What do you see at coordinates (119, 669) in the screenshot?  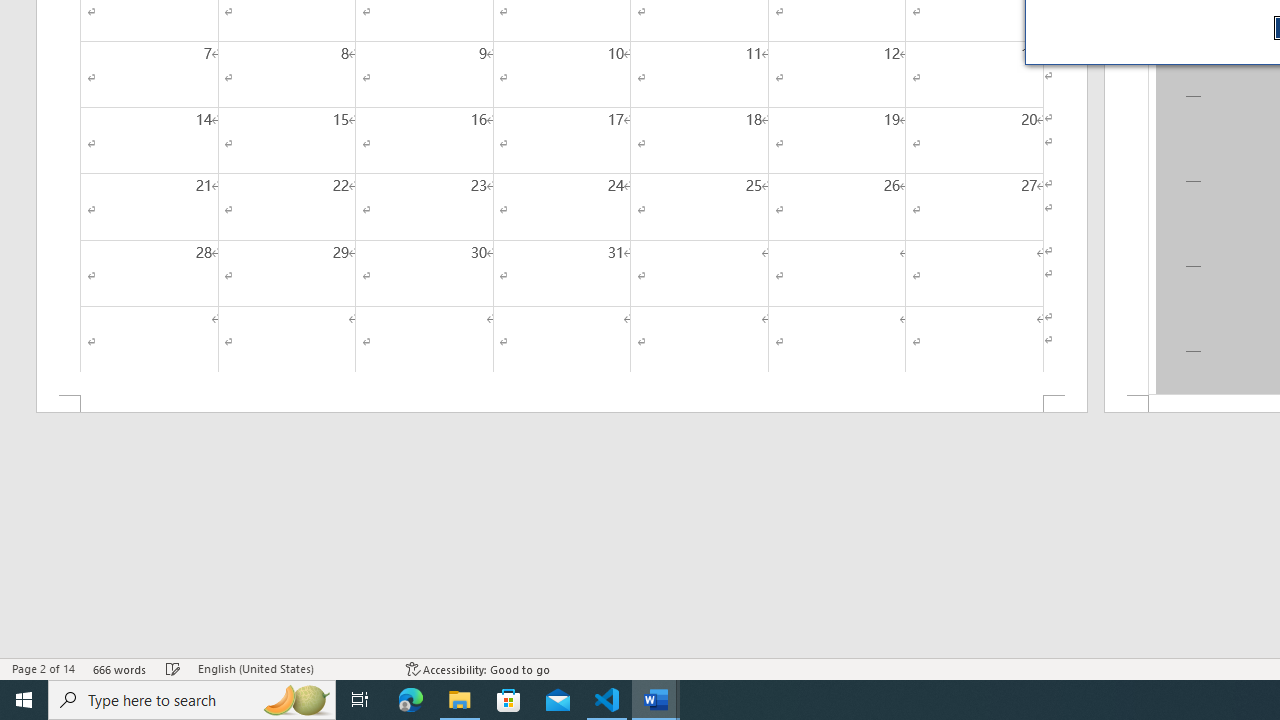 I see `'Word Count 666 words'` at bounding box center [119, 669].